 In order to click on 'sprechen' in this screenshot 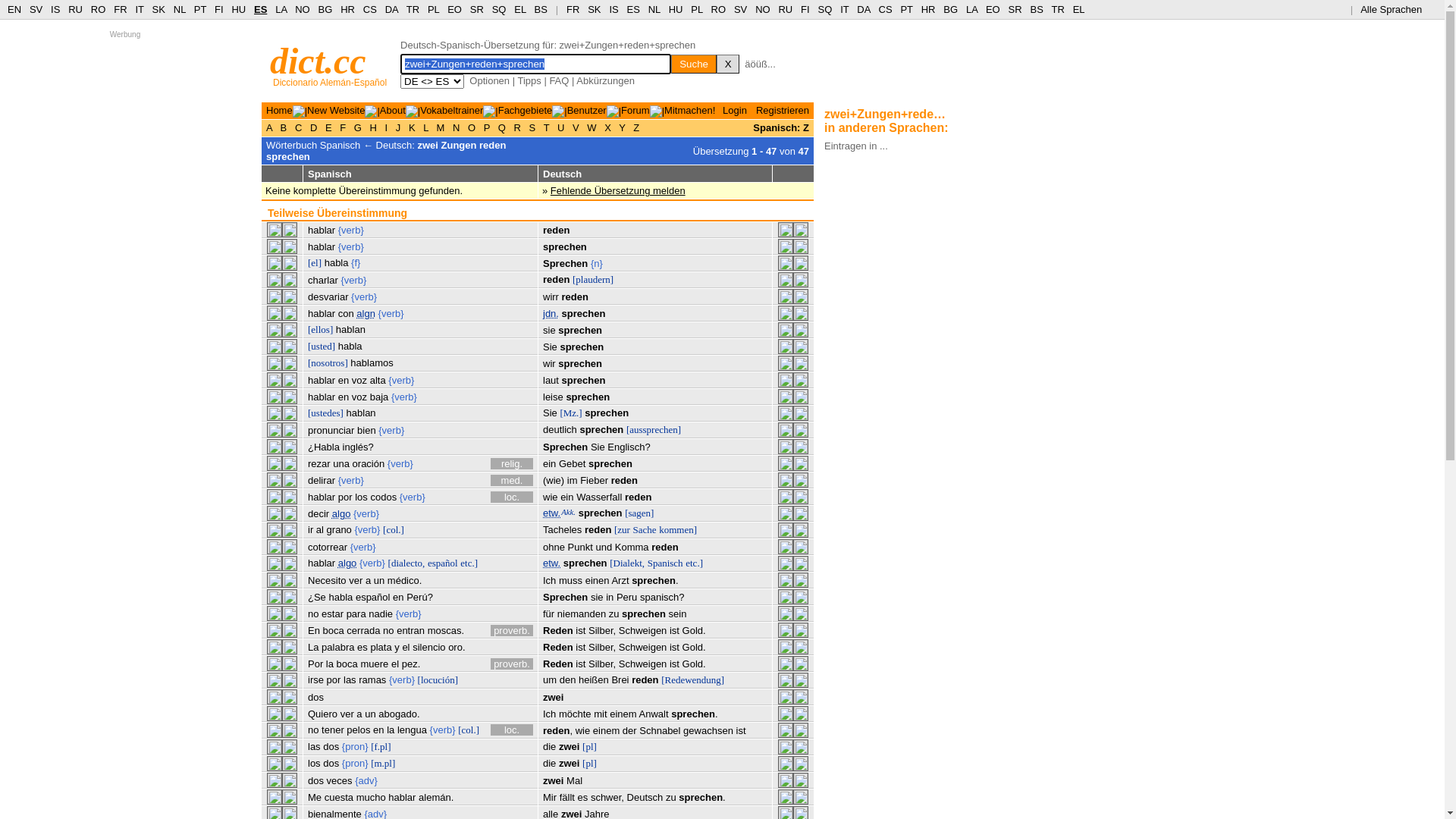, I will do `click(600, 512)`.